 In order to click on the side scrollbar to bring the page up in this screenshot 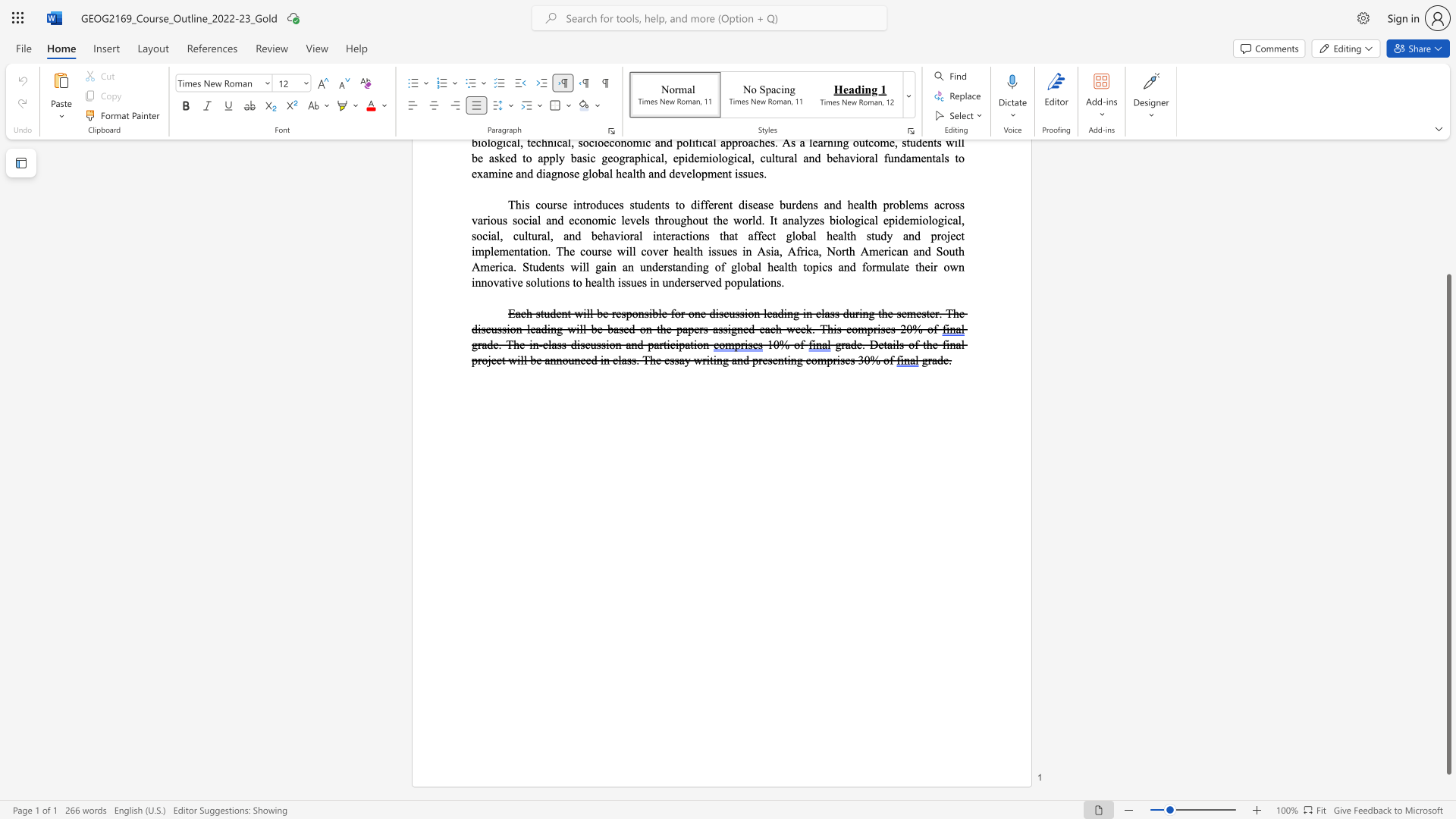, I will do `click(1448, 242)`.